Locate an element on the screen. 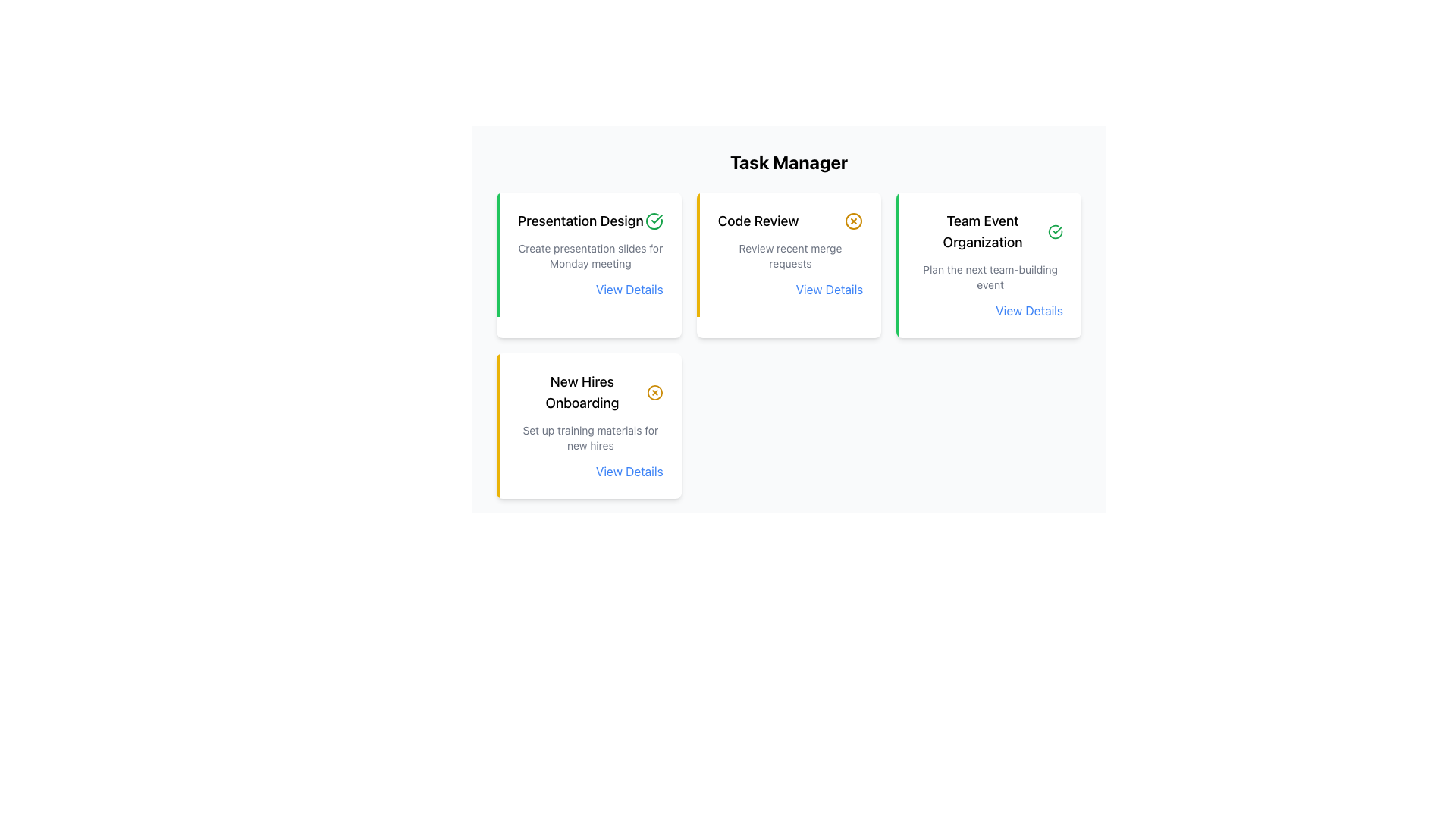 Image resolution: width=1456 pixels, height=819 pixels. title of the task labeled 'Team Event Organization' which is represented by a composite element consisting of text and a green checkmark icon, located in the top-right section of the corresponding card is located at coordinates (990, 231).